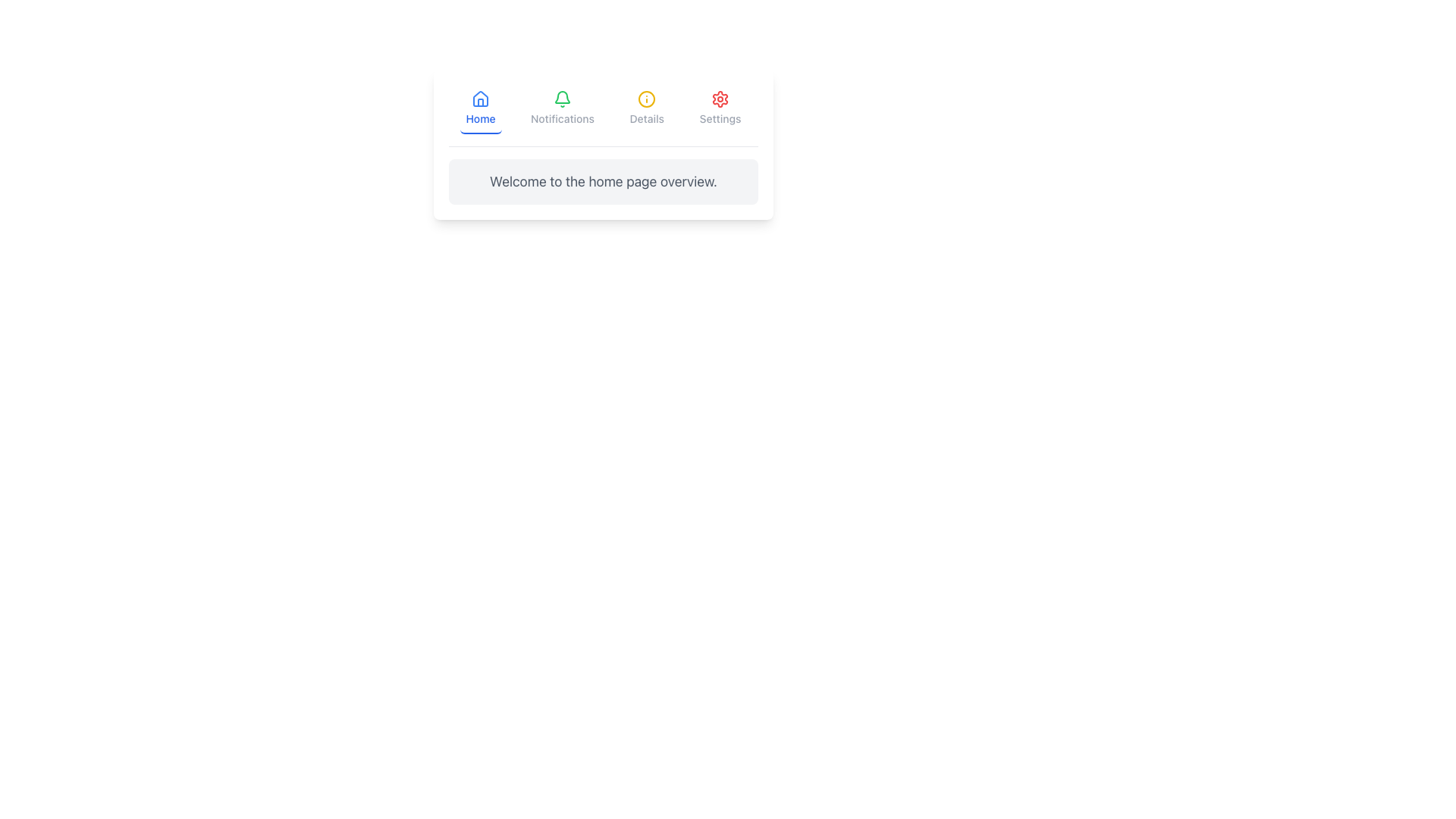 This screenshot has width=1456, height=819. I want to click on the 'Notifications' text label element, which is styled in gray and positioned below a green bell icon in the navigation bar, so click(562, 118).